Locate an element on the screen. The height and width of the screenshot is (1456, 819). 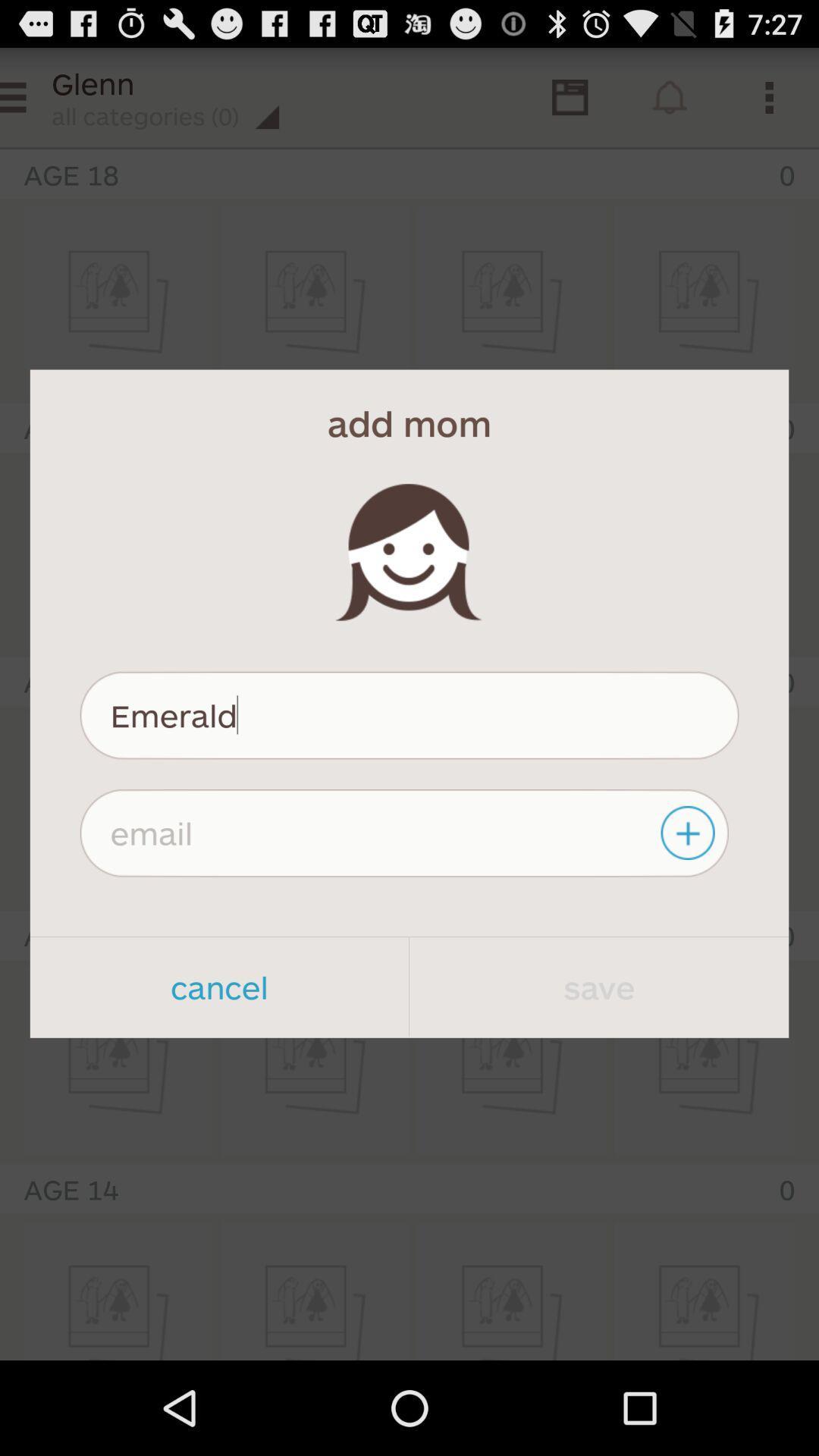
the item at the bottom right corner is located at coordinates (598, 987).